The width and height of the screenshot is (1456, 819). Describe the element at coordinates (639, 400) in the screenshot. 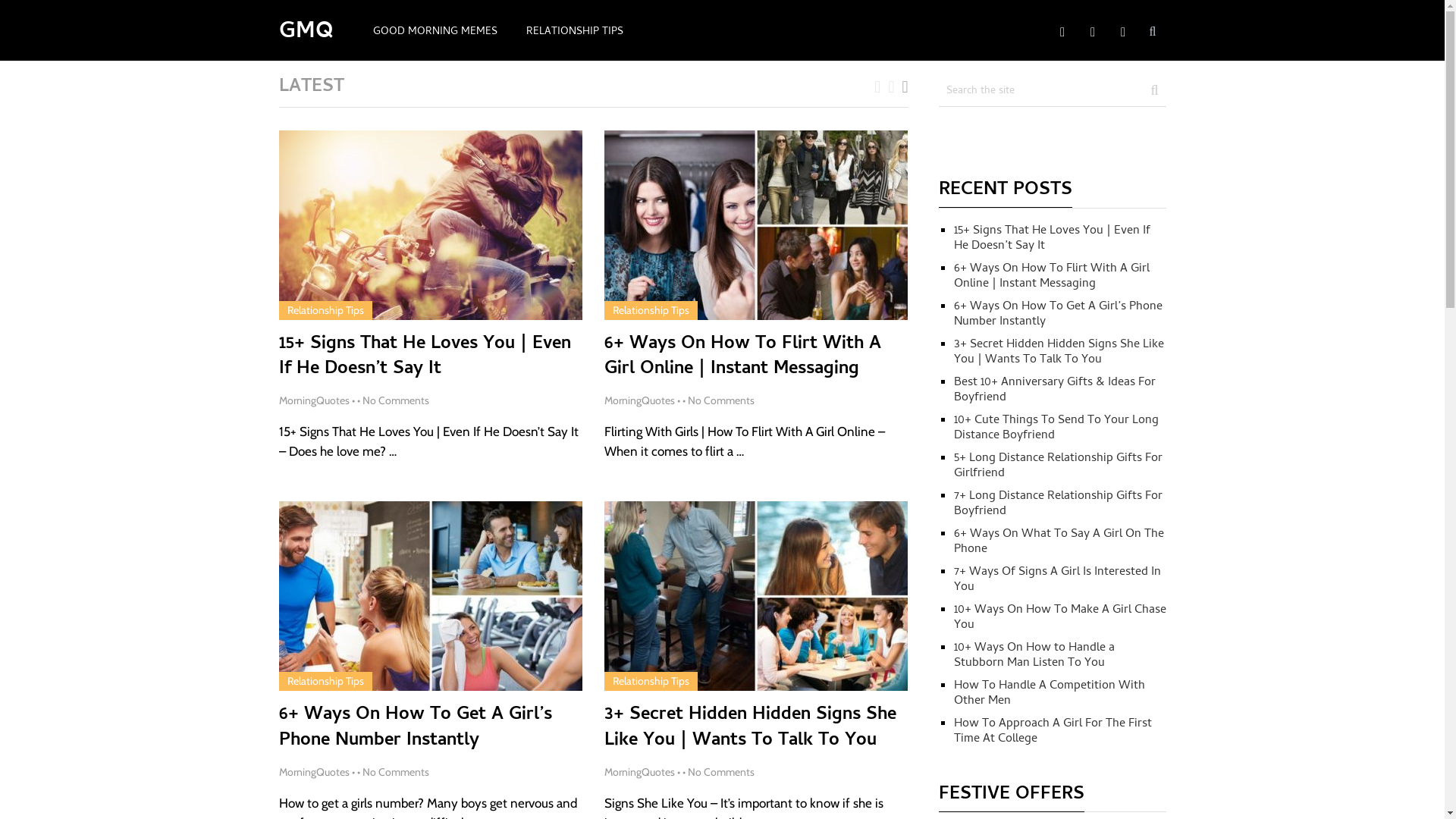

I see `'MorningQuotes'` at that location.